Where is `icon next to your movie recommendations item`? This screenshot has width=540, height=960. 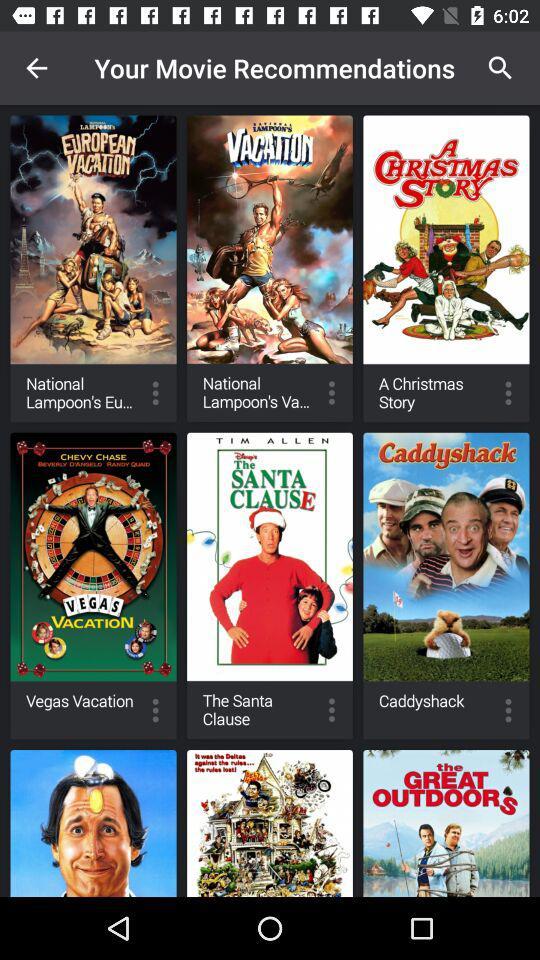 icon next to your movie recommendations item is located at coordinates (36, 68).